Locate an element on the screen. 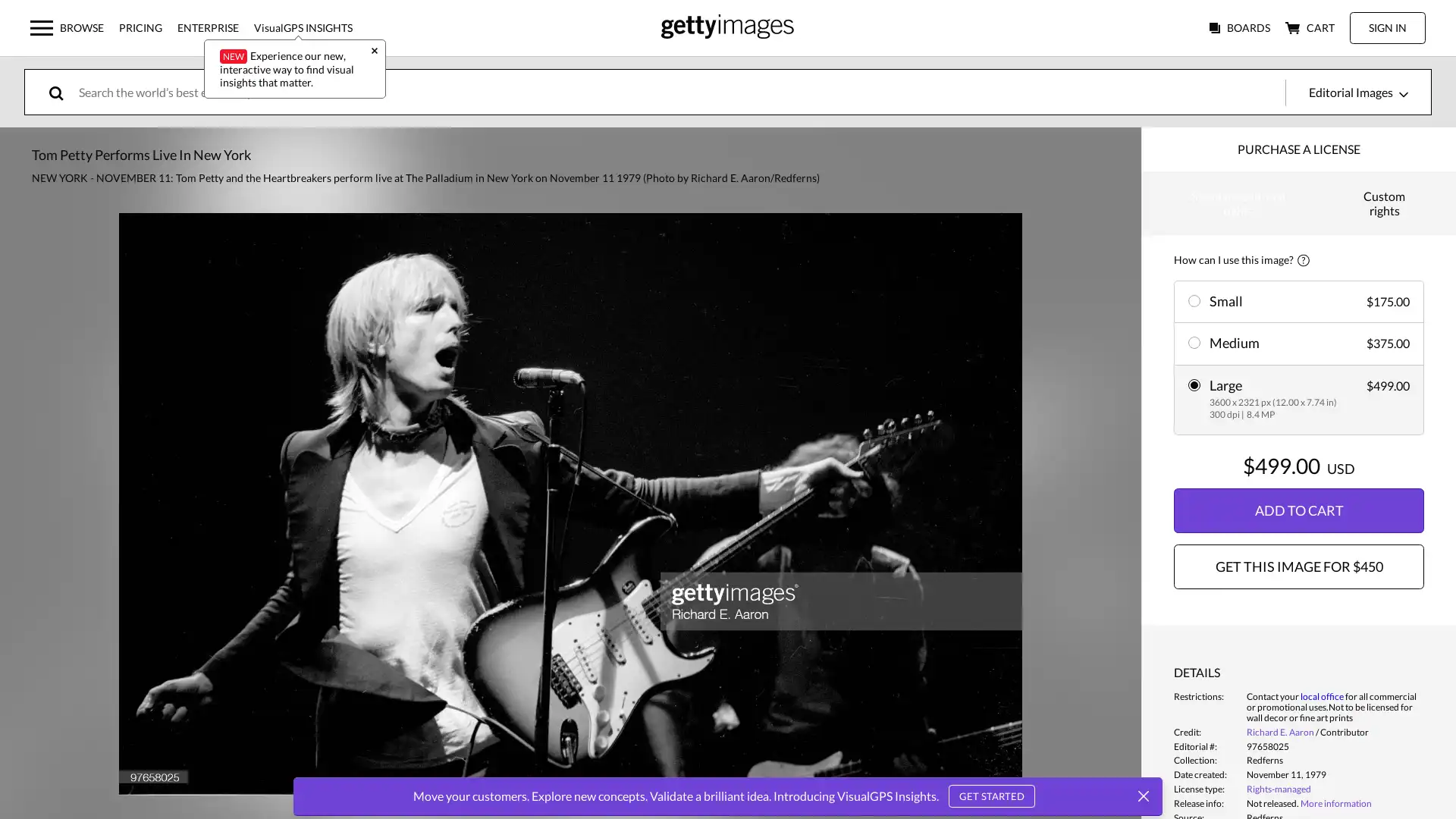 The width and height of the screenshot is (1456, 819). expand is located at coordinates (570, 503).